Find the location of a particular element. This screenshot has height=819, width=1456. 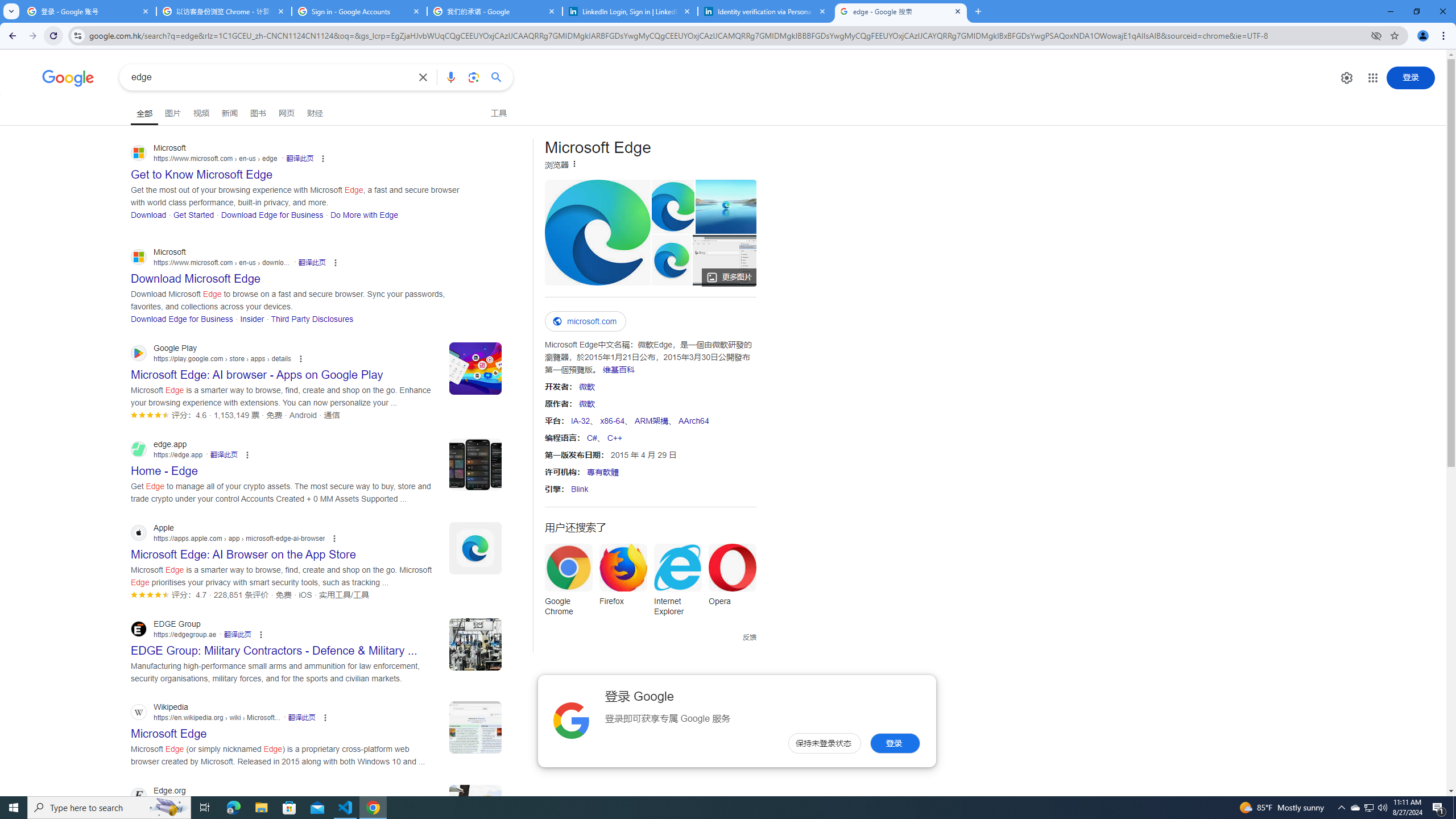

'Third-party cookies blocked' is located at coordinates (1376, 35).